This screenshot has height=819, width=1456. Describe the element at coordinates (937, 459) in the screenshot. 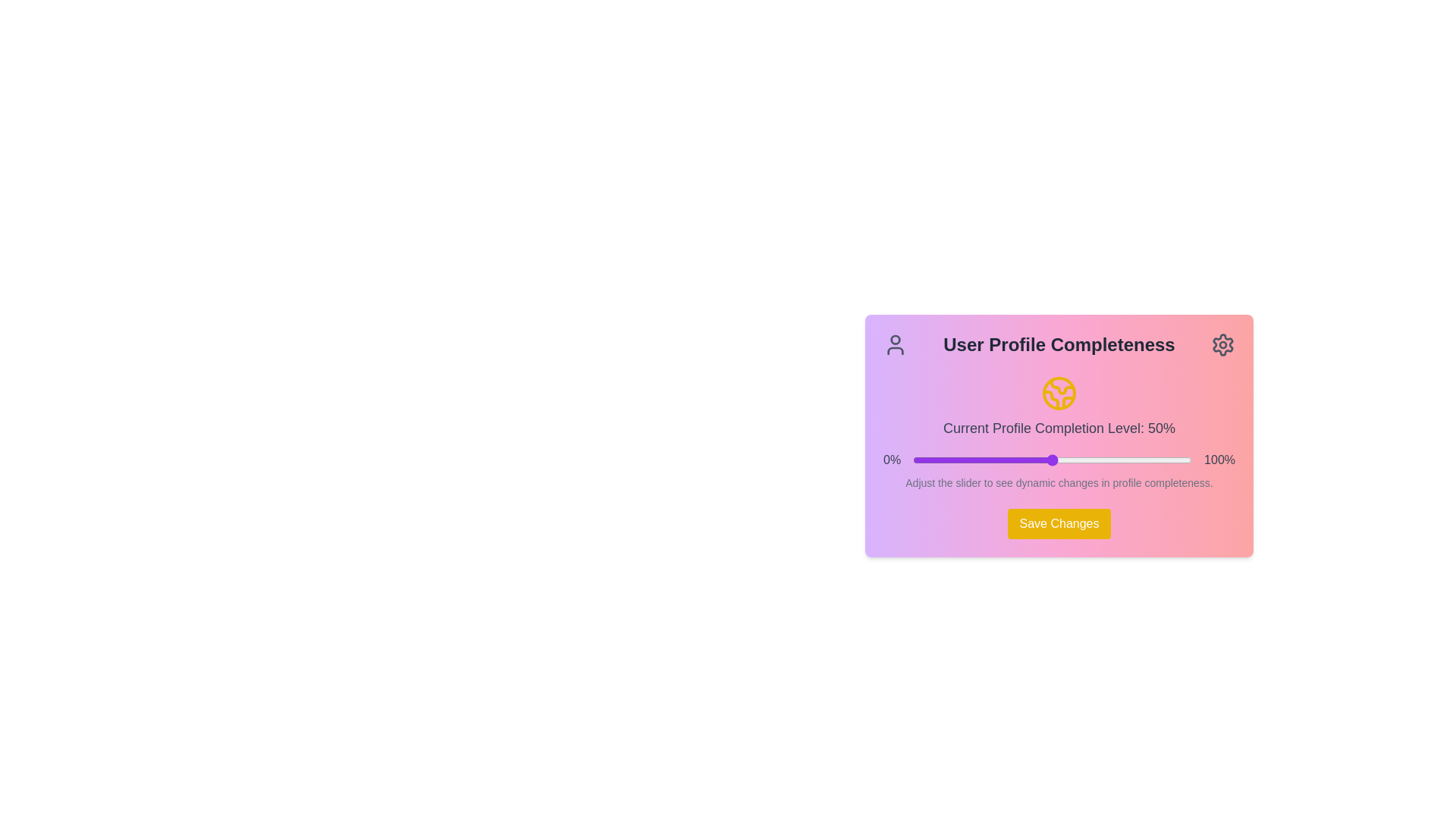

I see `the profile completion percentage` at that location.